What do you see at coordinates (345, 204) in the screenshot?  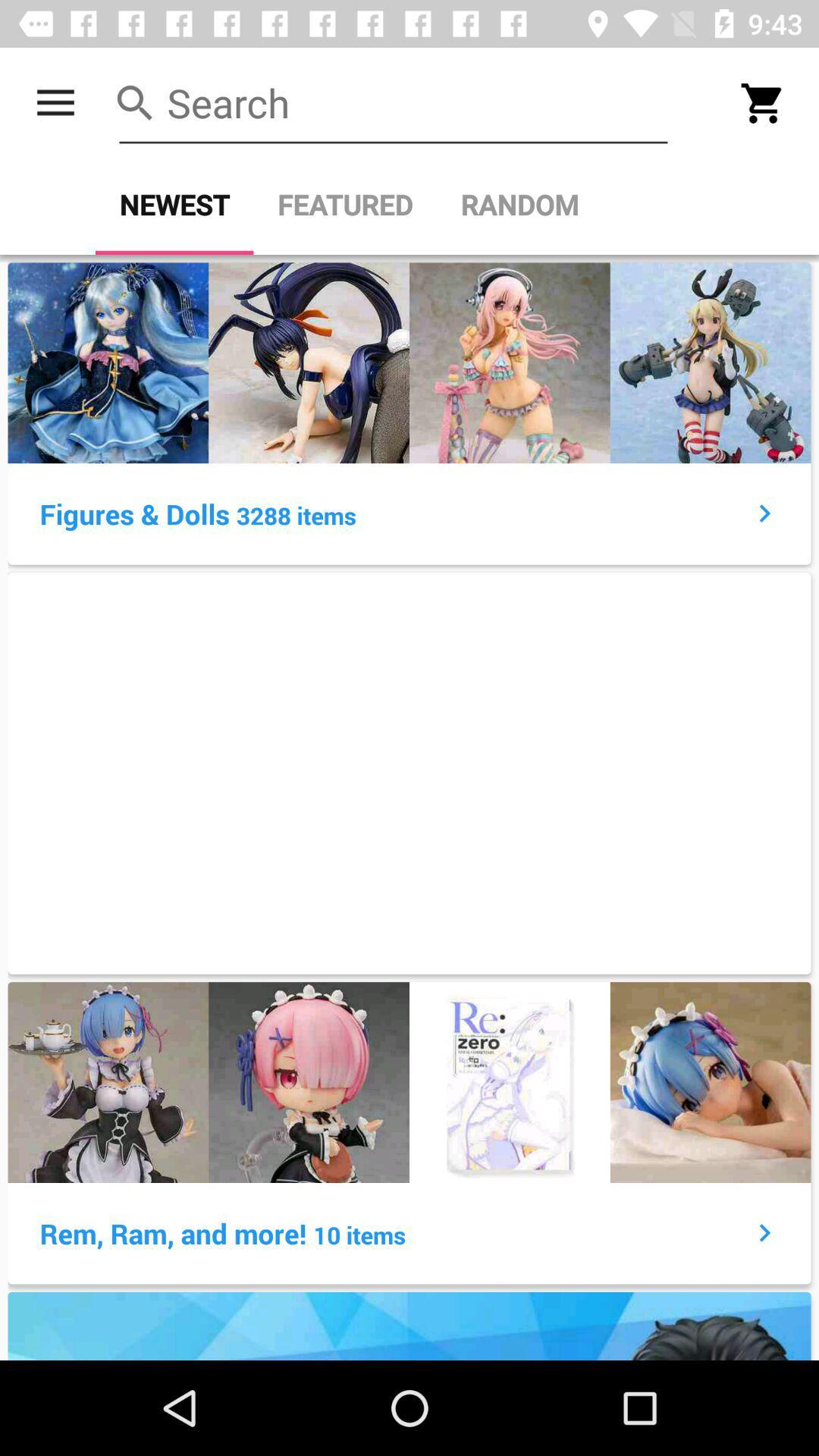 I see `the item to the right of newest` at bounding box center [345, 204].